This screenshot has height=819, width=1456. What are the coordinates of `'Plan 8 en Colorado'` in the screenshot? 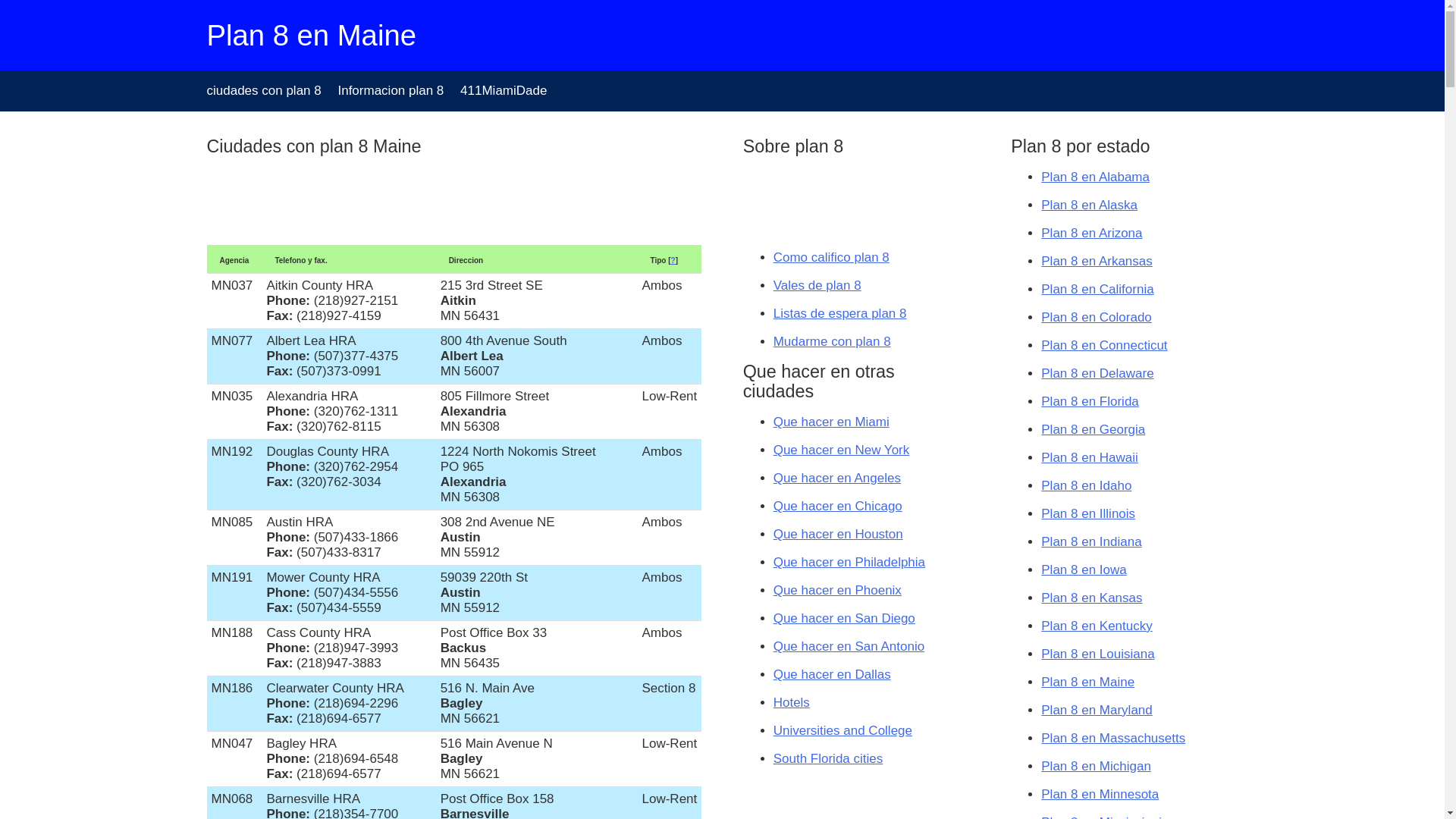 It's located at (1096, 316).